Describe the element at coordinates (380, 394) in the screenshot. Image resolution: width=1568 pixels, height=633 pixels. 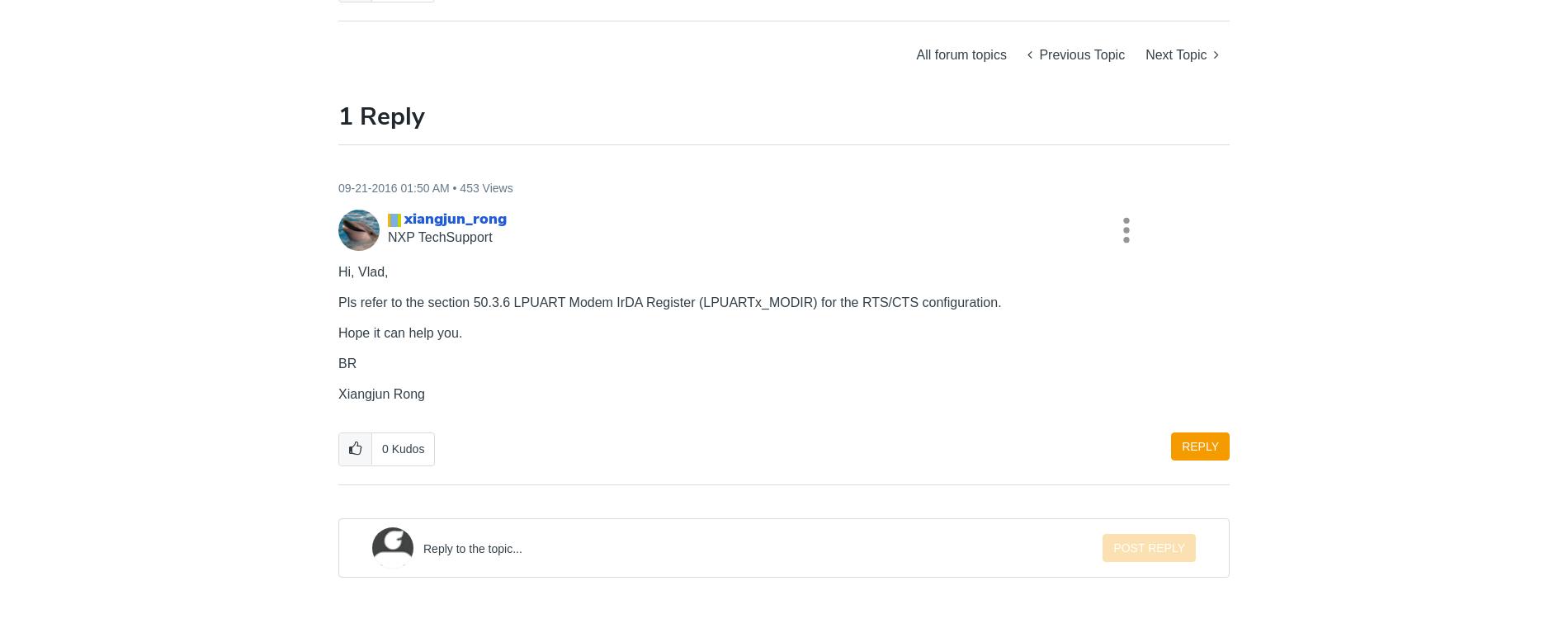
I see `'Xiangjun Rong'` at that location.